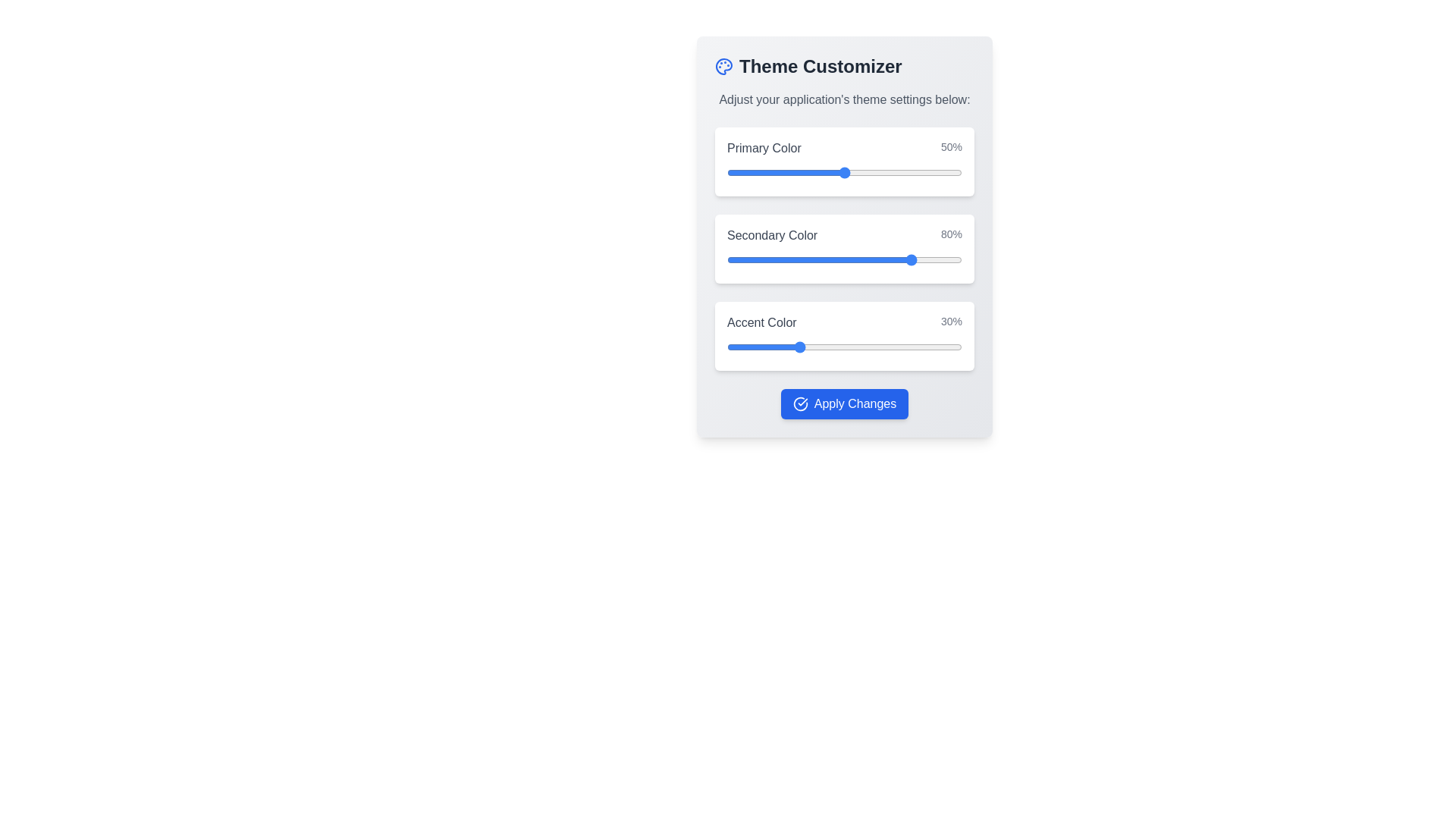  What do you see at coordinates (748, 347) in the screenshot?
I see `the accent color percentage` at bounding box center [748, 347].